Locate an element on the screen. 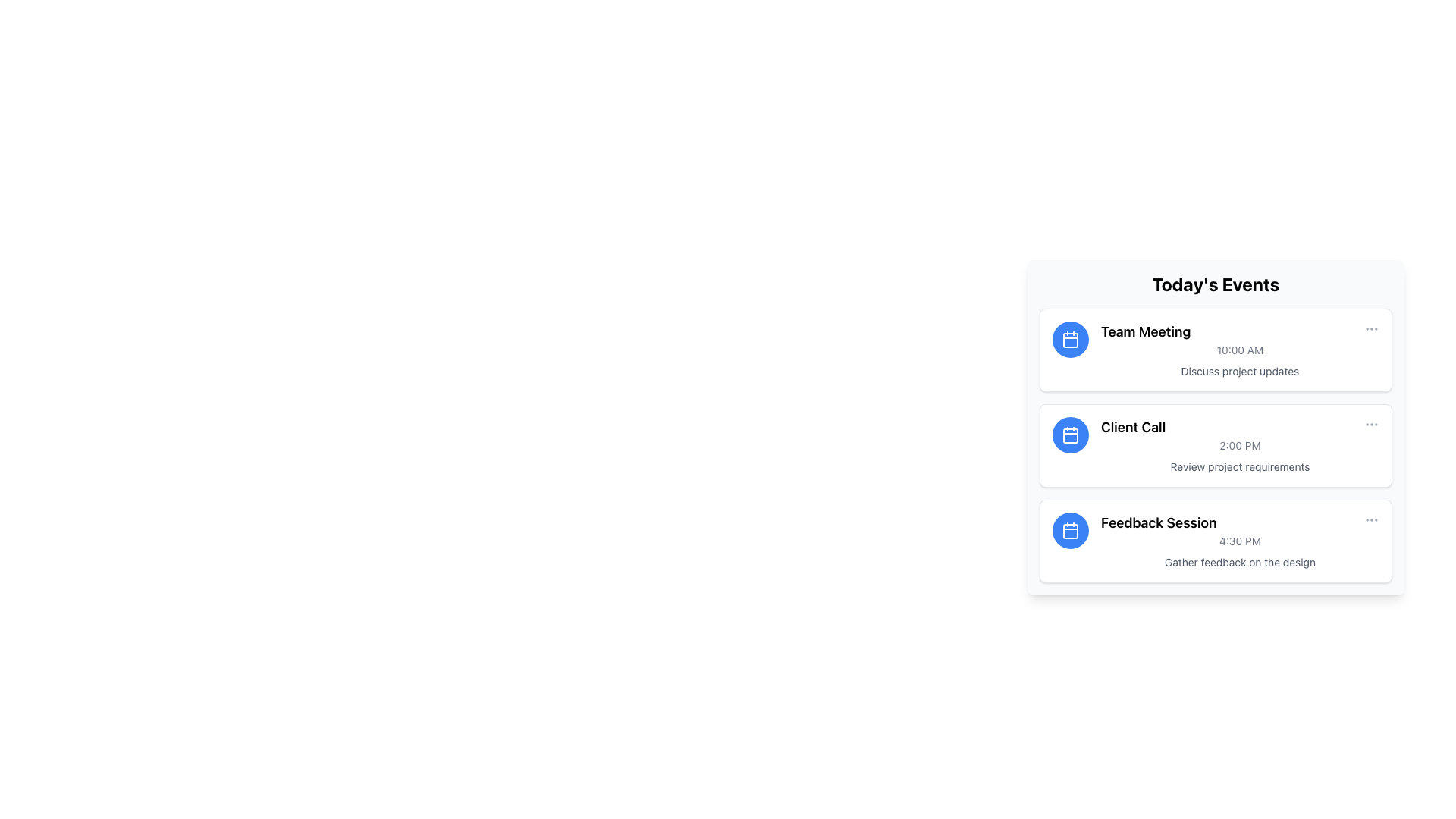  the second interactive three-dot menu button with an SVG icon that launches the context menu for the 'Client Call' event in the 'Today's Events' interface is located at coordinates (1372, 424).